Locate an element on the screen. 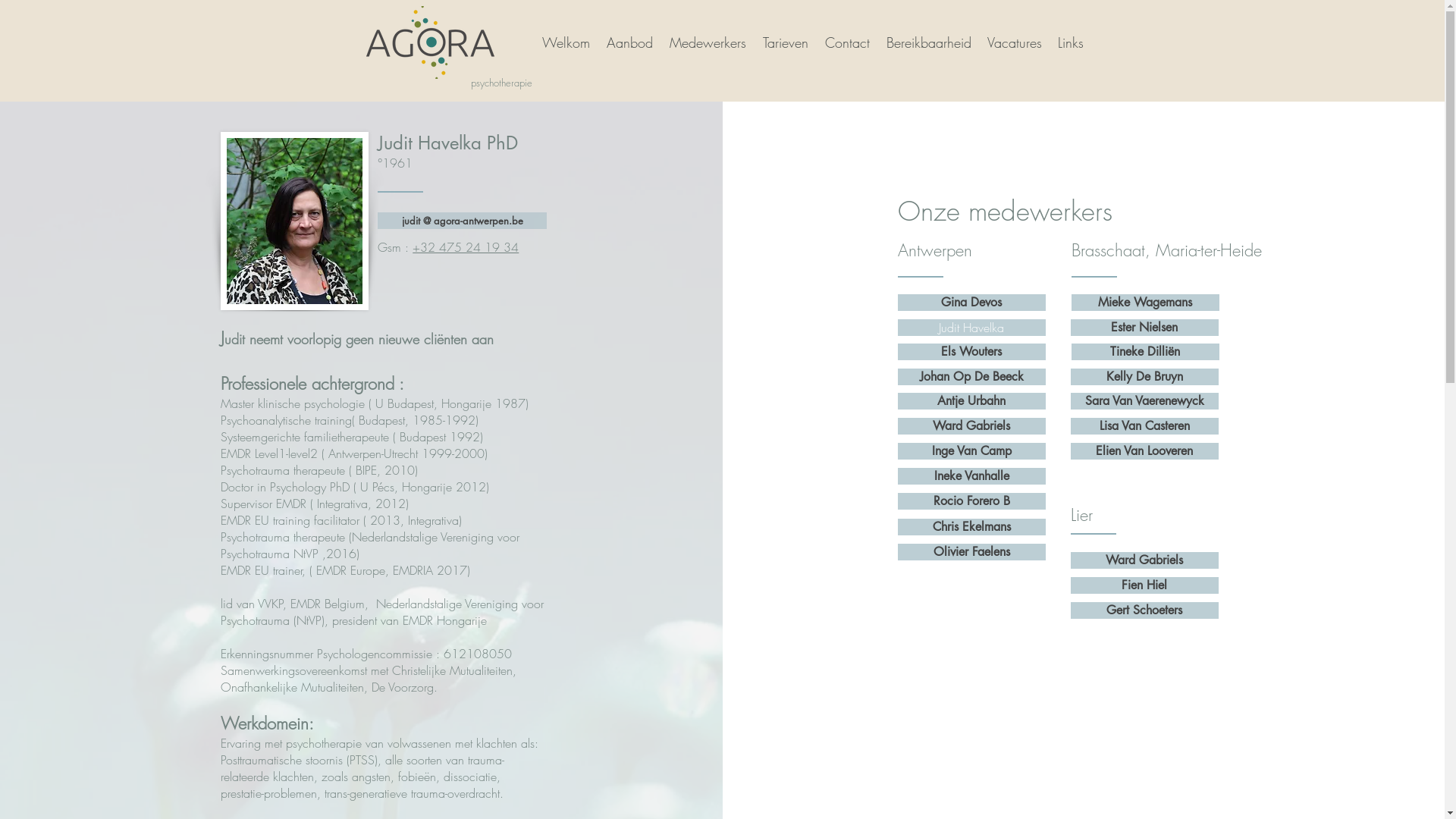  'Tarieven' is located at coordinates (785, 42).